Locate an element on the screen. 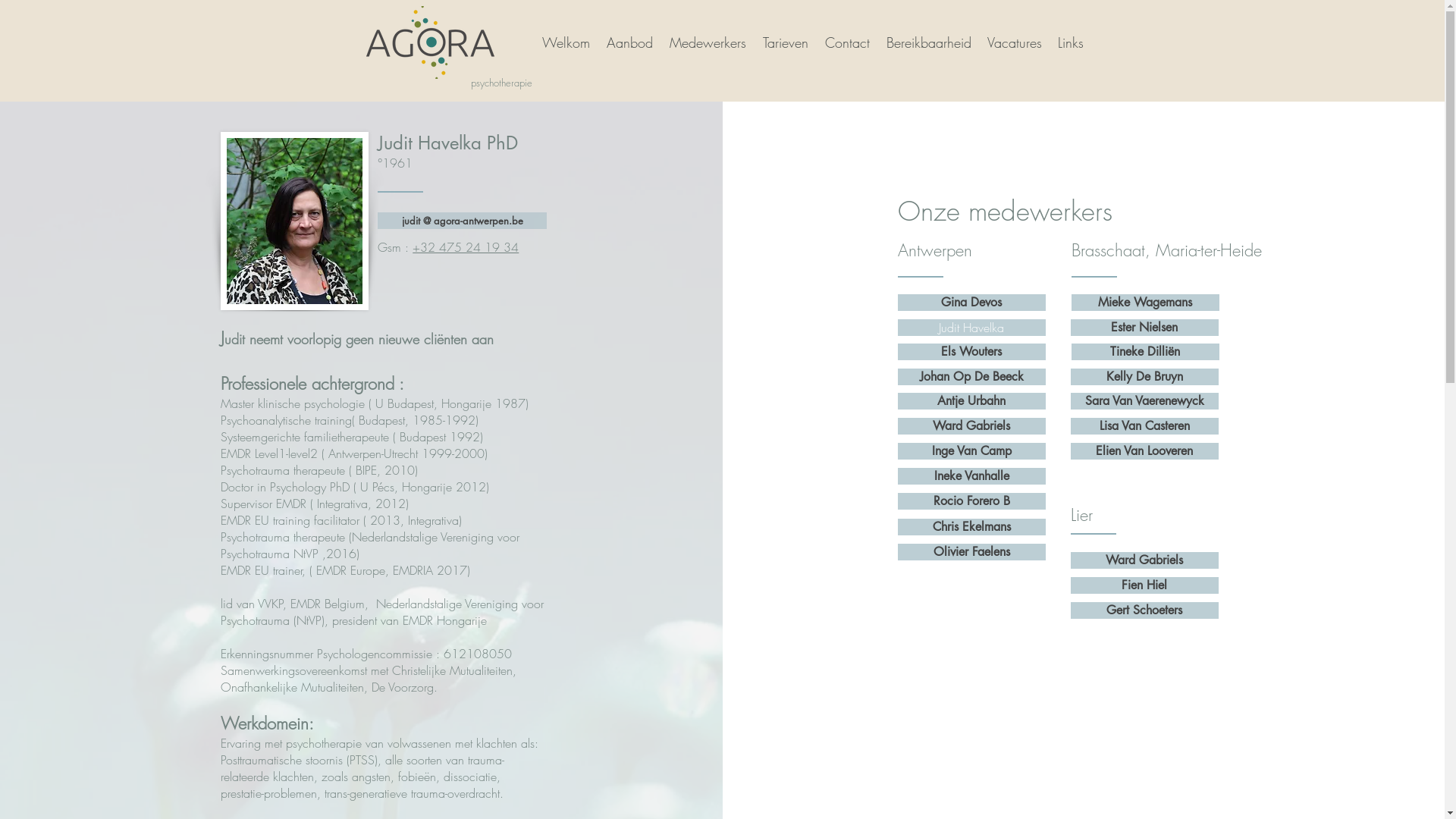  'Tarieven' is located at coordinates (785, 42).